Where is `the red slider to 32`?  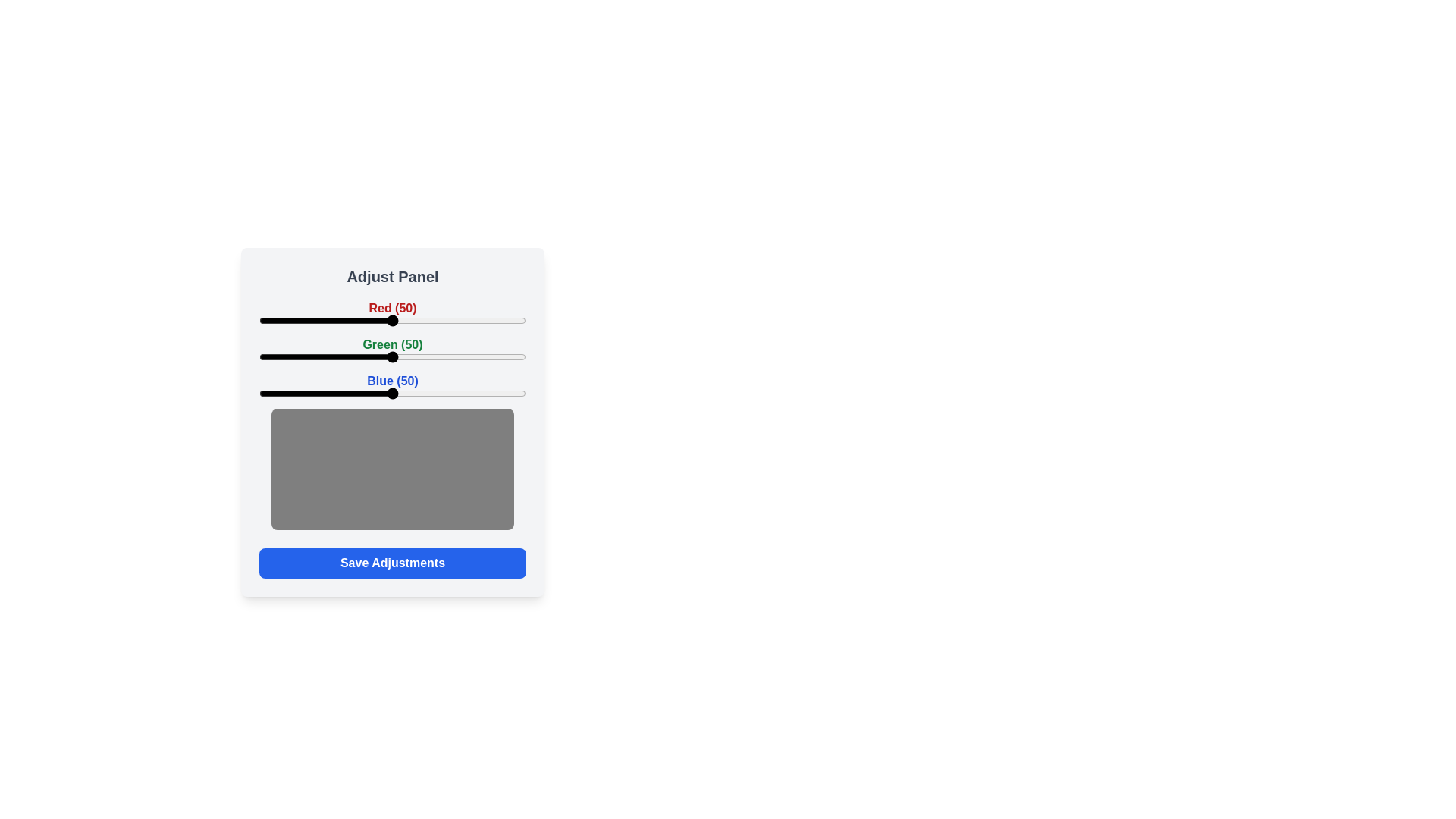
the red slider to 32 is located at coordinates (344, 320).